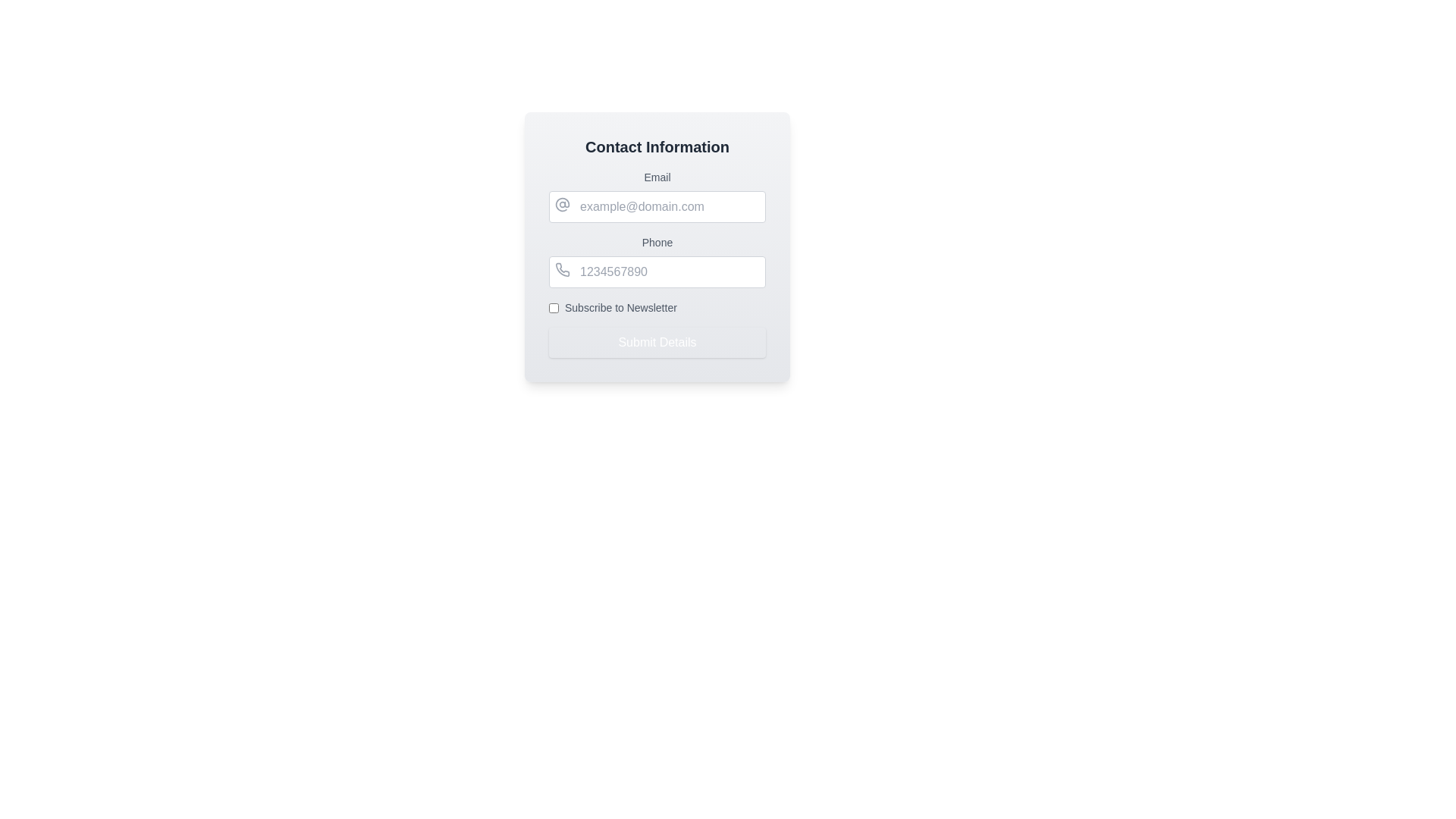  I want to click on the small, circular '@' icon styled in gray located to the left of the email input field, so click(562, 205).